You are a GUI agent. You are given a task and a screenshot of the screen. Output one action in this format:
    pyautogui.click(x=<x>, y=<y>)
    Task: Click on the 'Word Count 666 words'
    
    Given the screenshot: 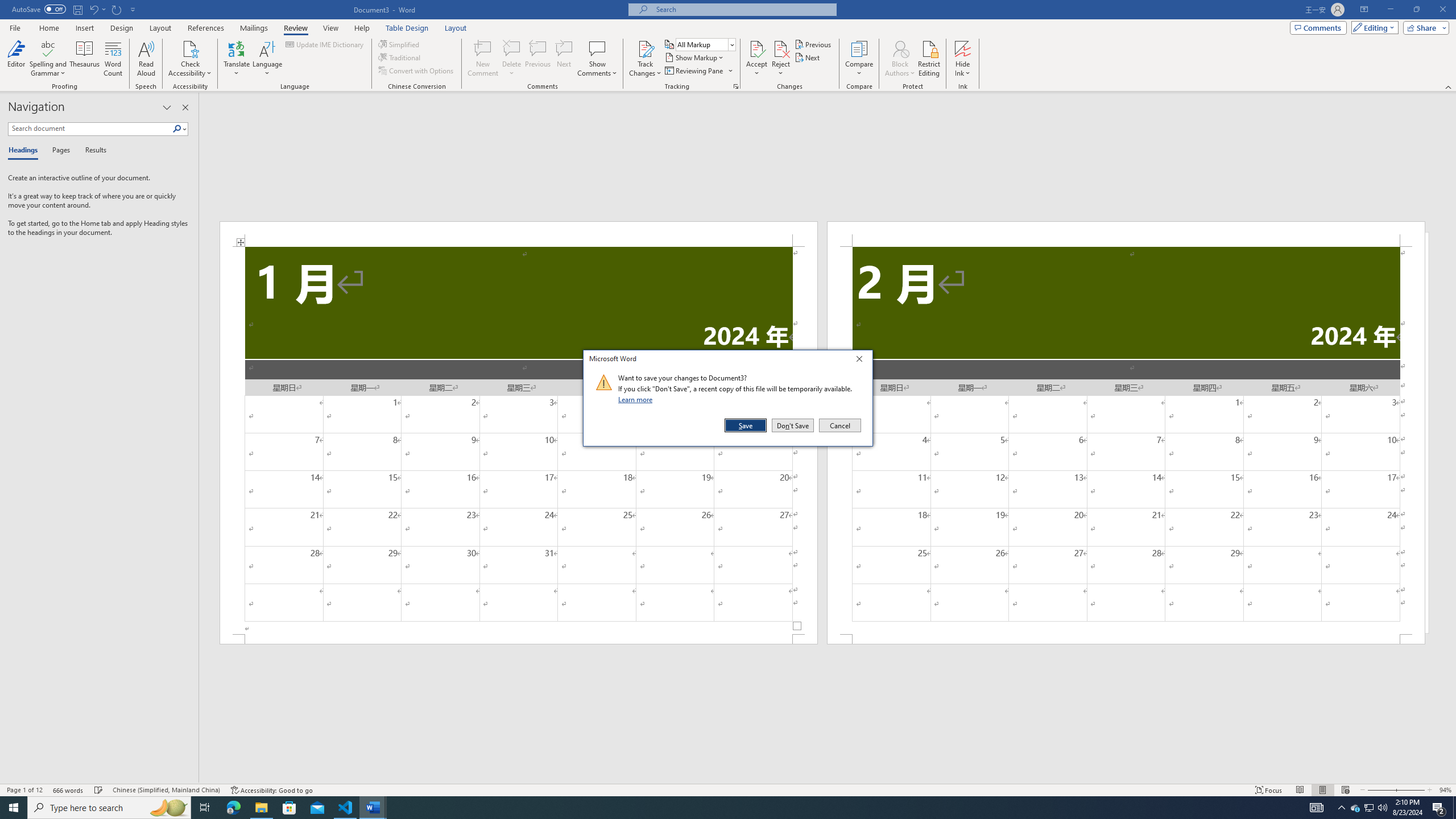 What is the action you would take?
    pyautogui.click(x=69, y=790)
    